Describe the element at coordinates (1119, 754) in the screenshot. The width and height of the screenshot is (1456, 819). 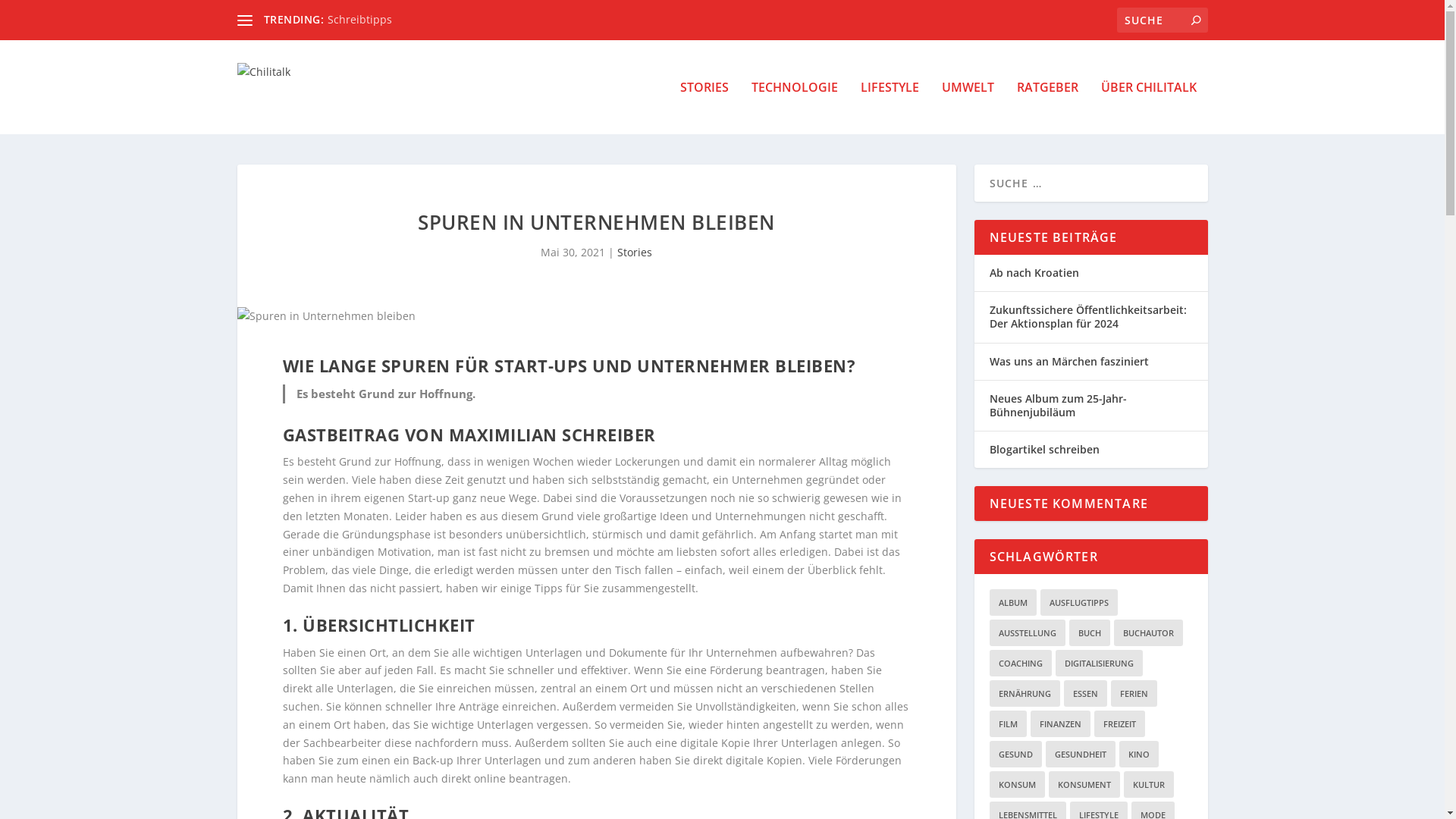
I see `'KINO'` at that location.